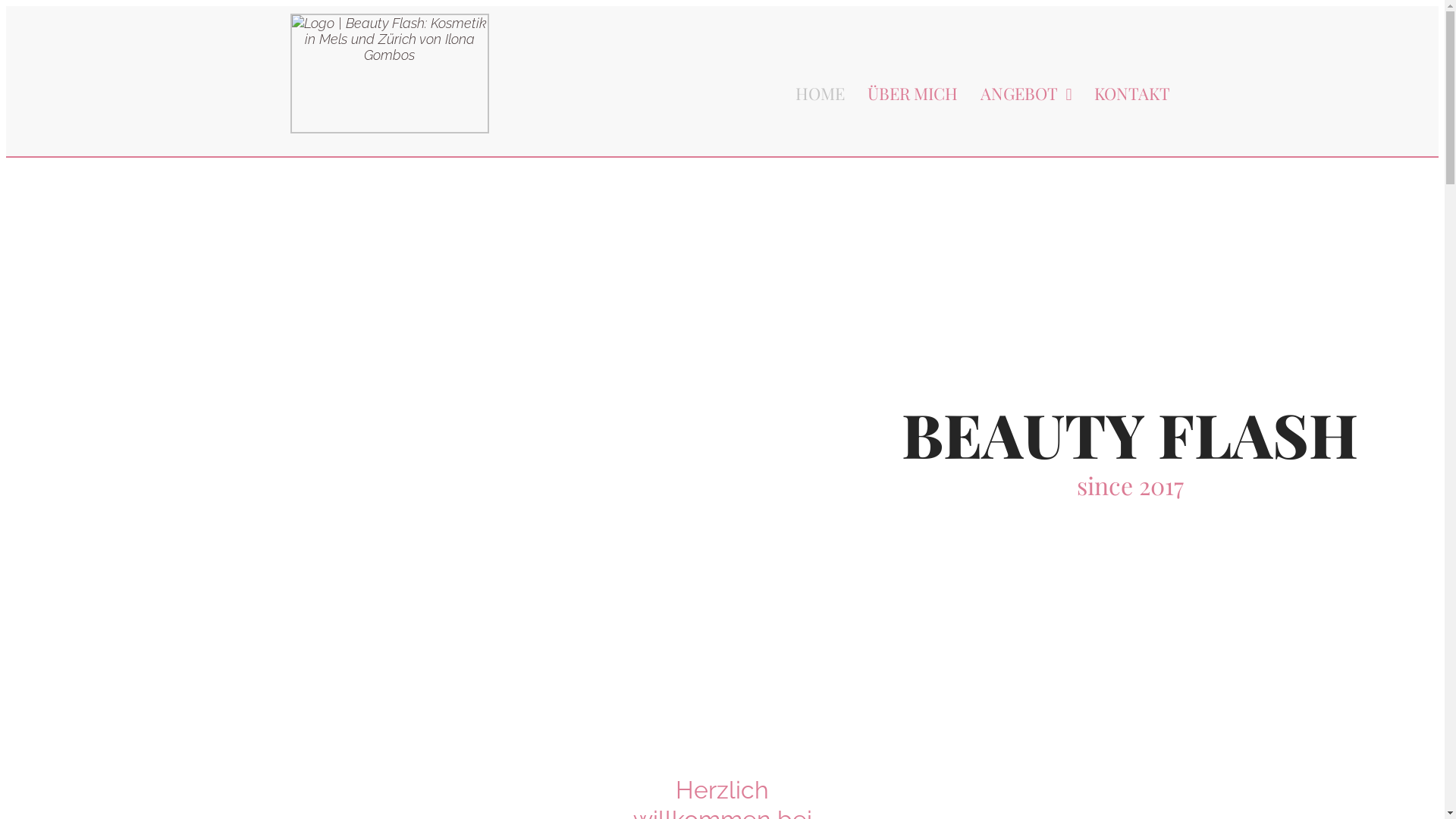  Describe the element at coordinates (808, 93) in the screenshot. I see `'HOME'` at that location.